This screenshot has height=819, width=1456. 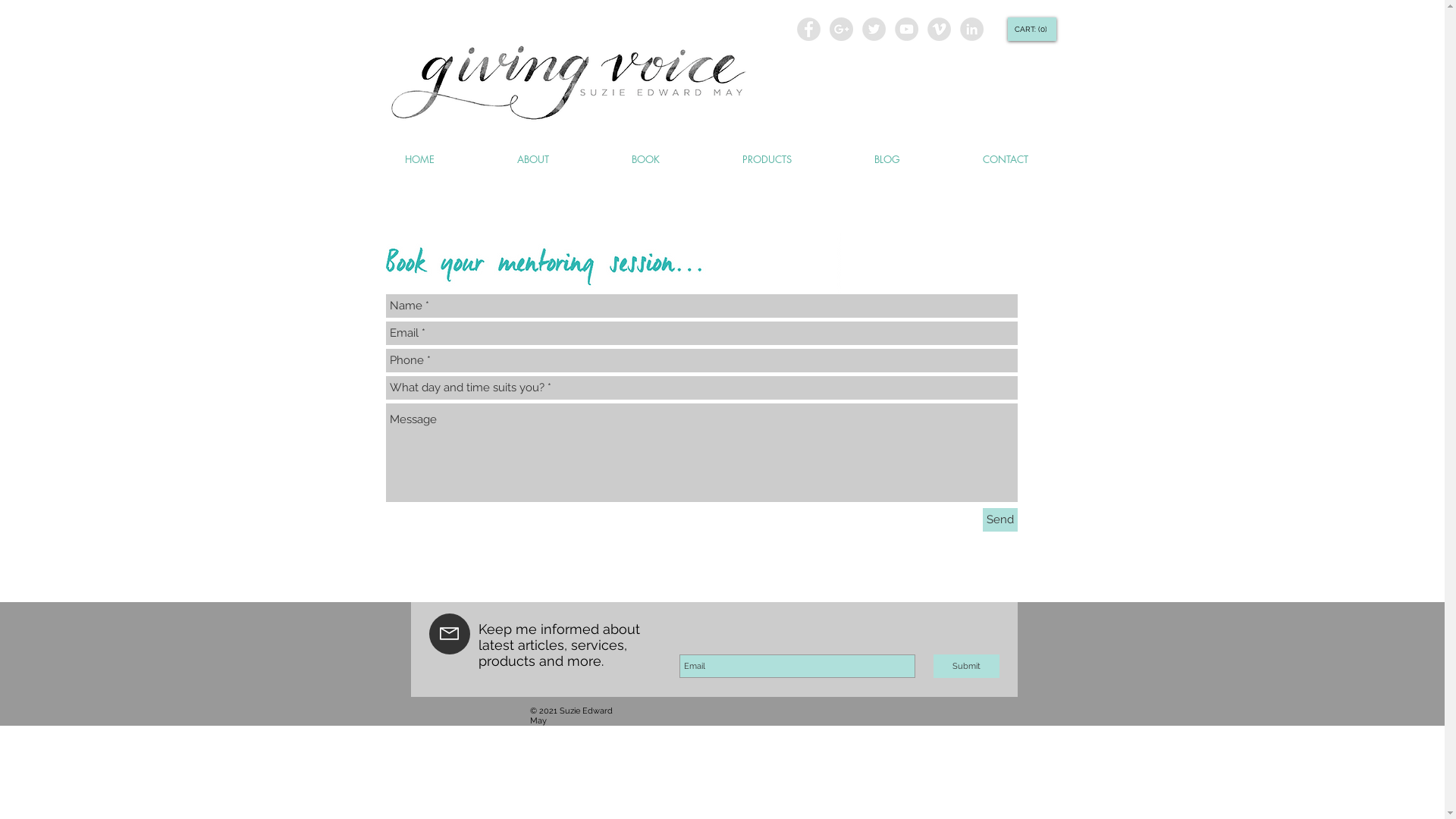 What do you see at coordinates (1000, 519) in the screenshot?
I see `'Send'` at bounding box center [1000, 519].